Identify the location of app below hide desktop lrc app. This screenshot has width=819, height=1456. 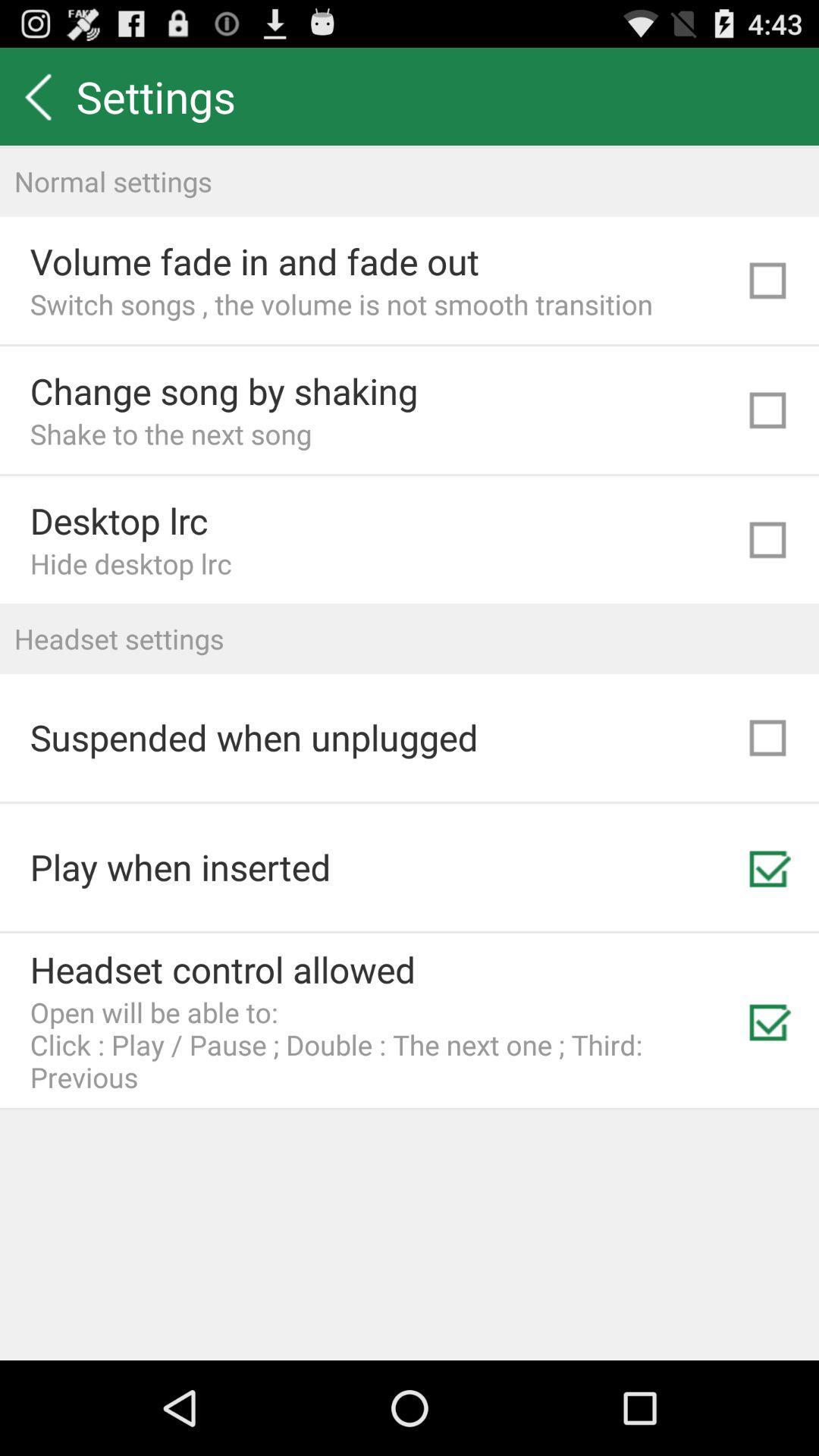
(409, 639).